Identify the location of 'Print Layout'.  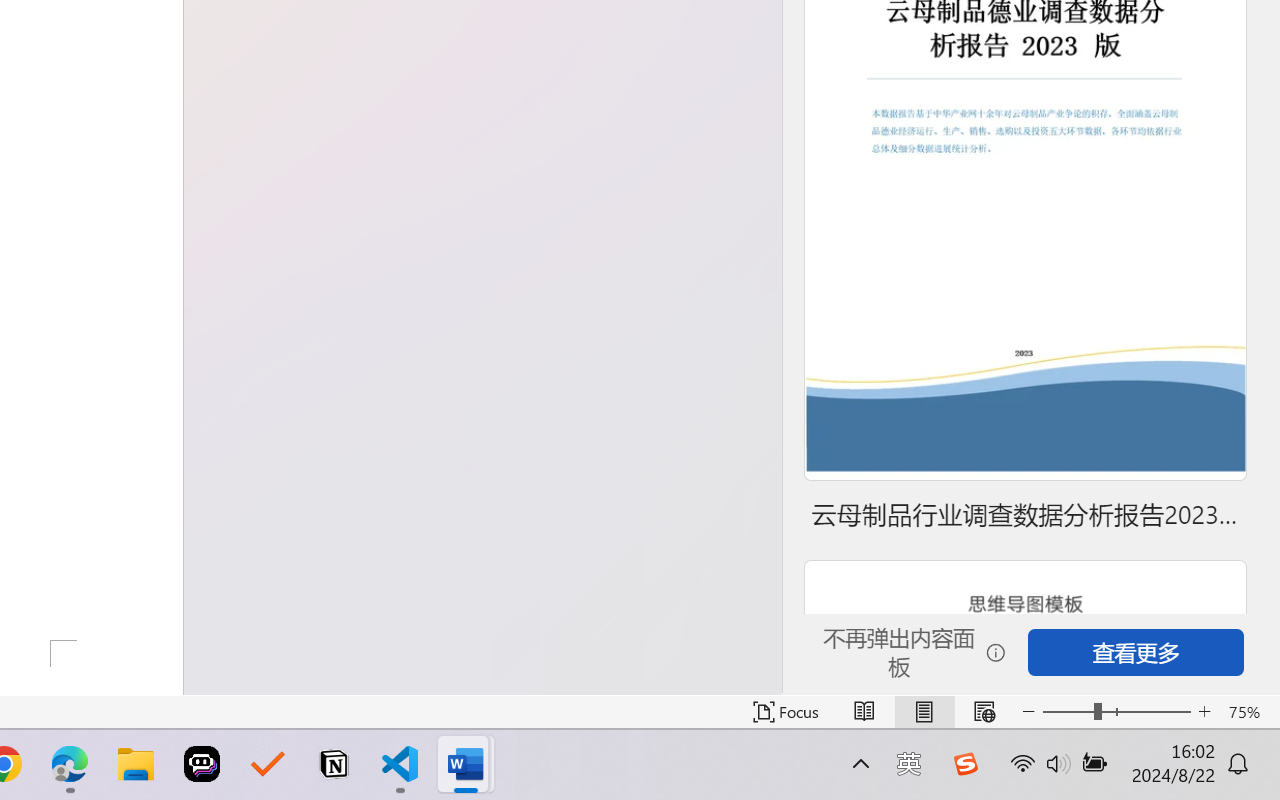
(923, 711).